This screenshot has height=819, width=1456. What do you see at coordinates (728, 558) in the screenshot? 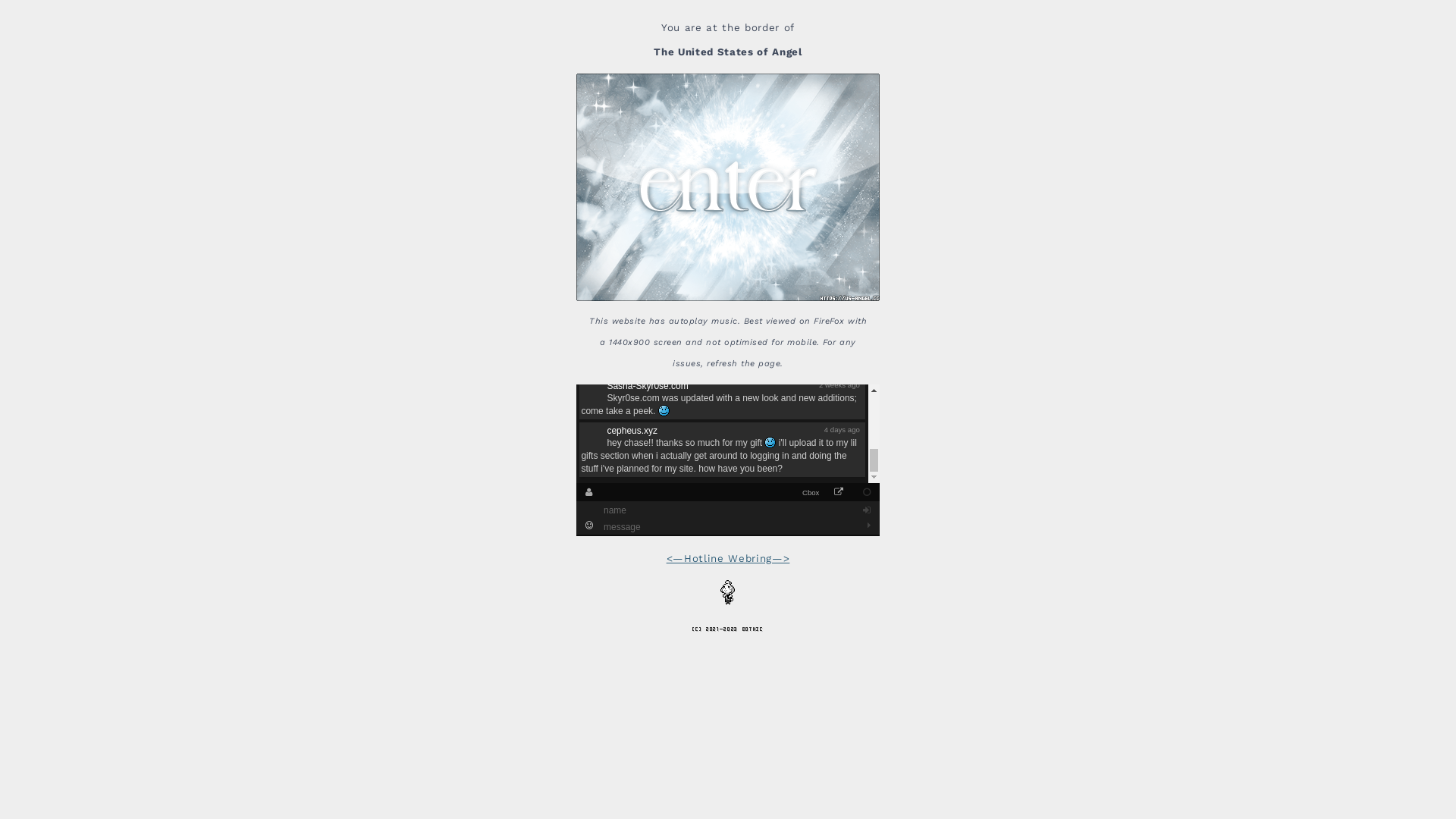
I see `'Hotline Webring'` at bounding box center [728, 558].